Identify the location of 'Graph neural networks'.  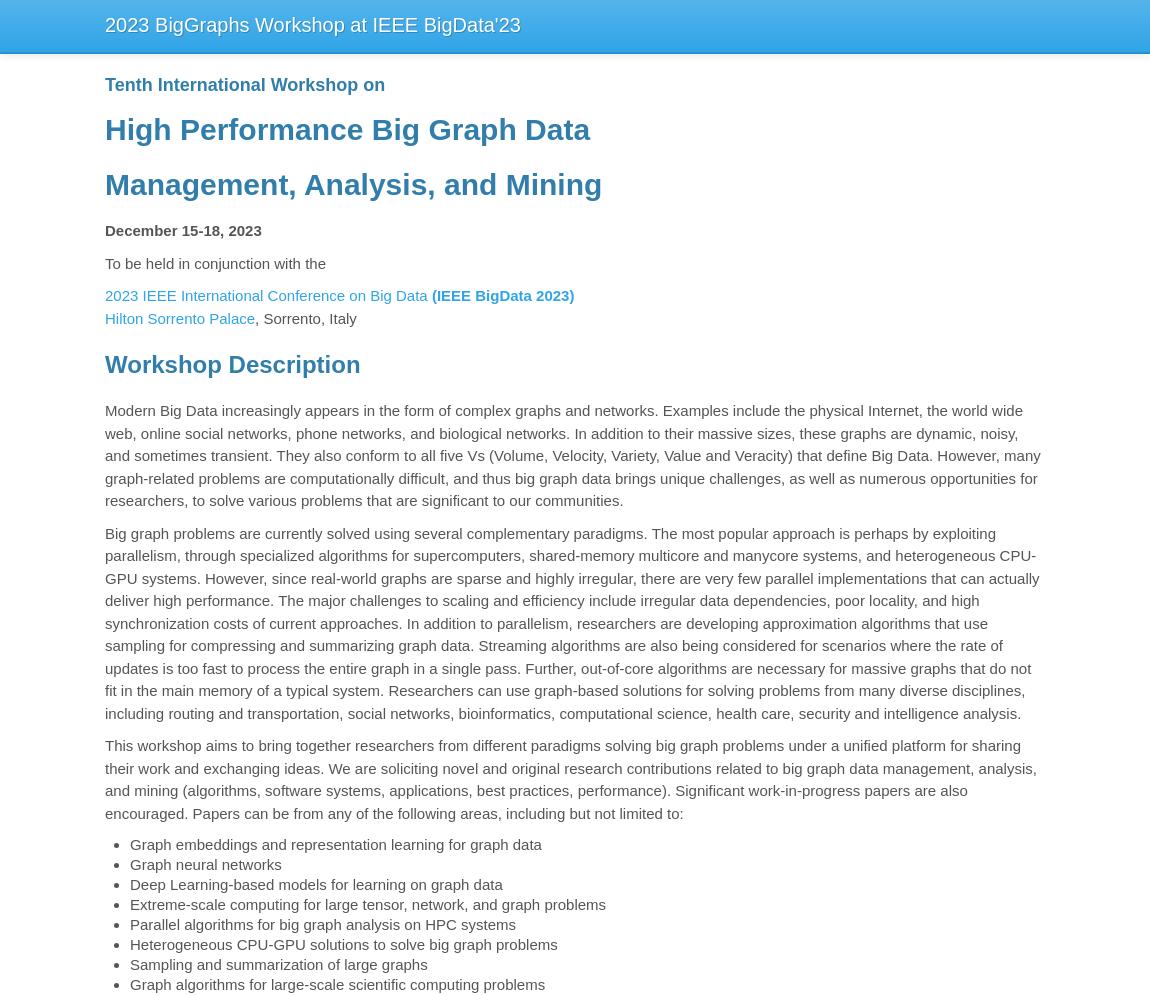
(128, 864).